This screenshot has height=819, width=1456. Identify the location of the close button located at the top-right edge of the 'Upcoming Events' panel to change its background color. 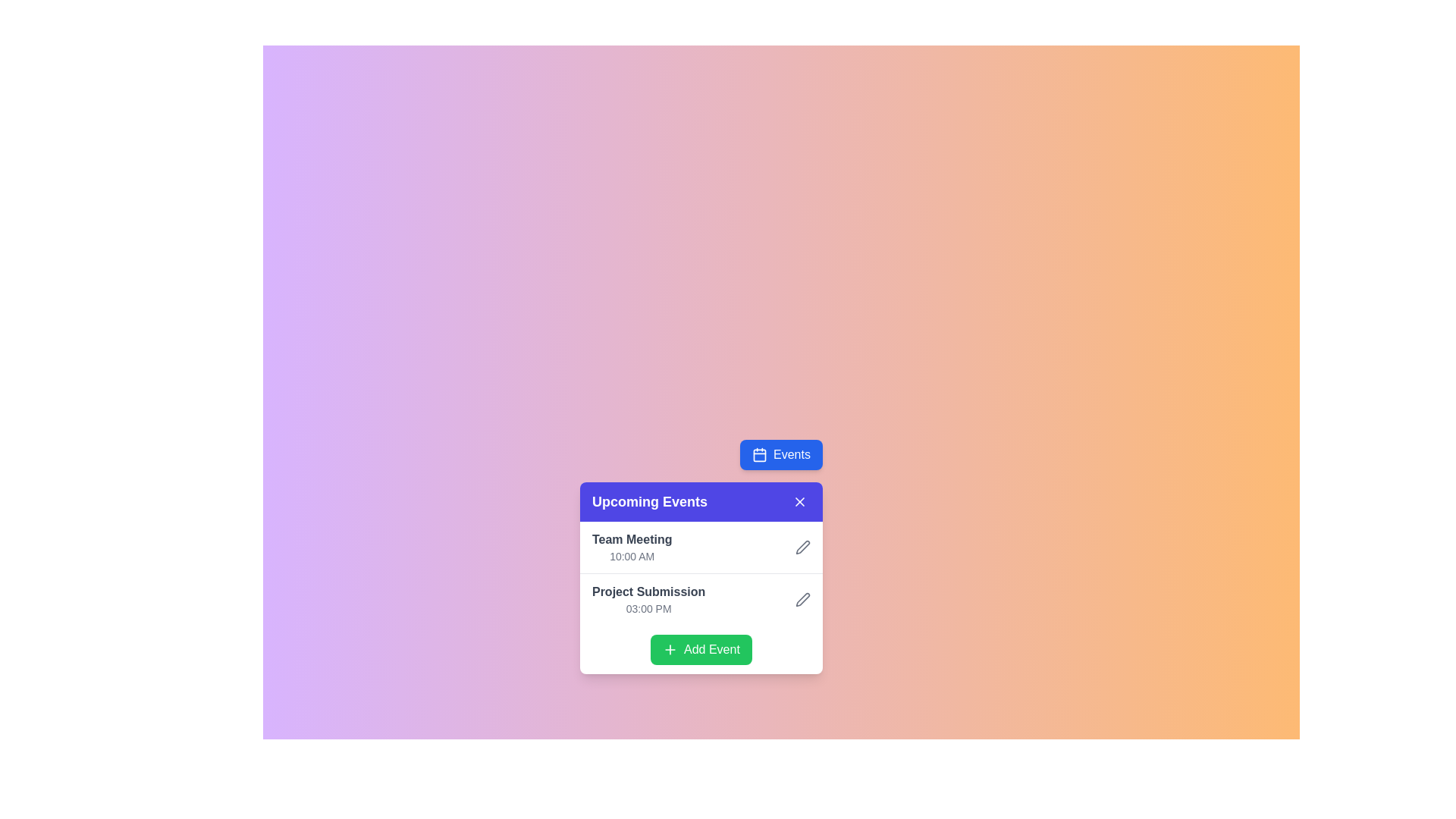
(799, 502).